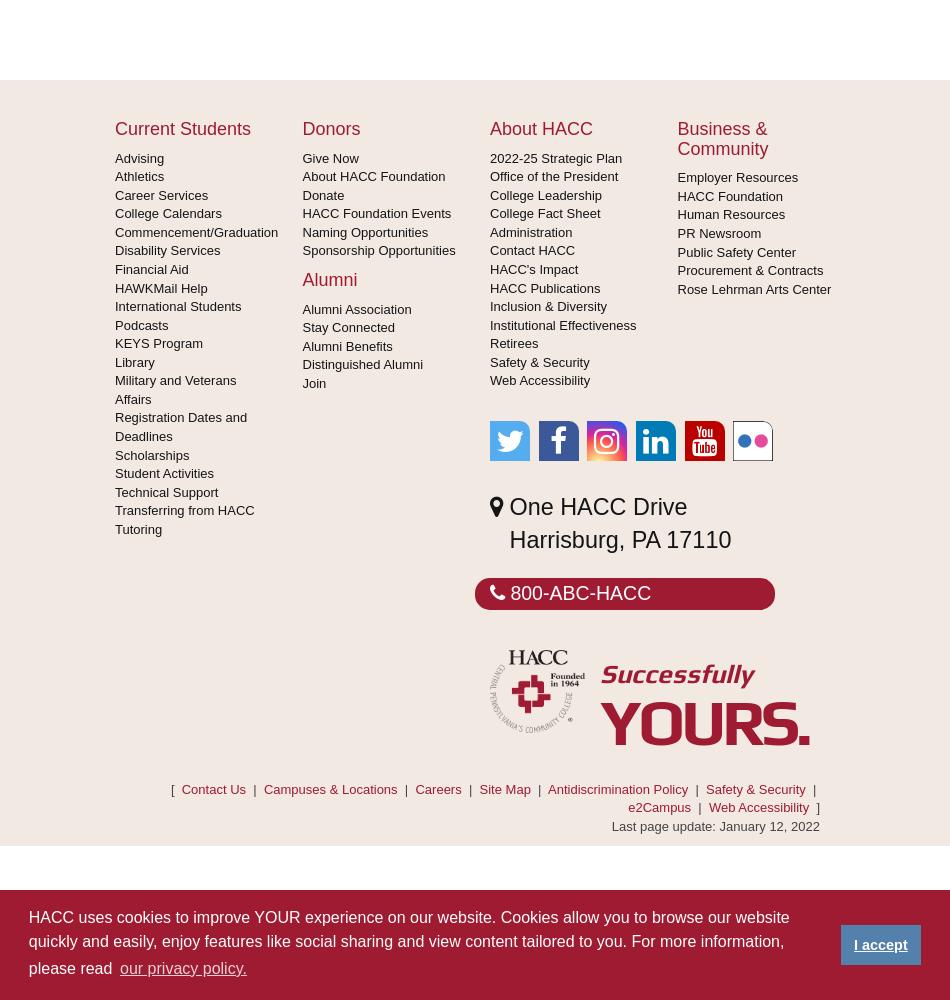 This screenshot has height=1000, width=950. What do you see at coordinates (437, 788) in the screenshot?
I see `'Careers'` at bounding box center [437, 788].